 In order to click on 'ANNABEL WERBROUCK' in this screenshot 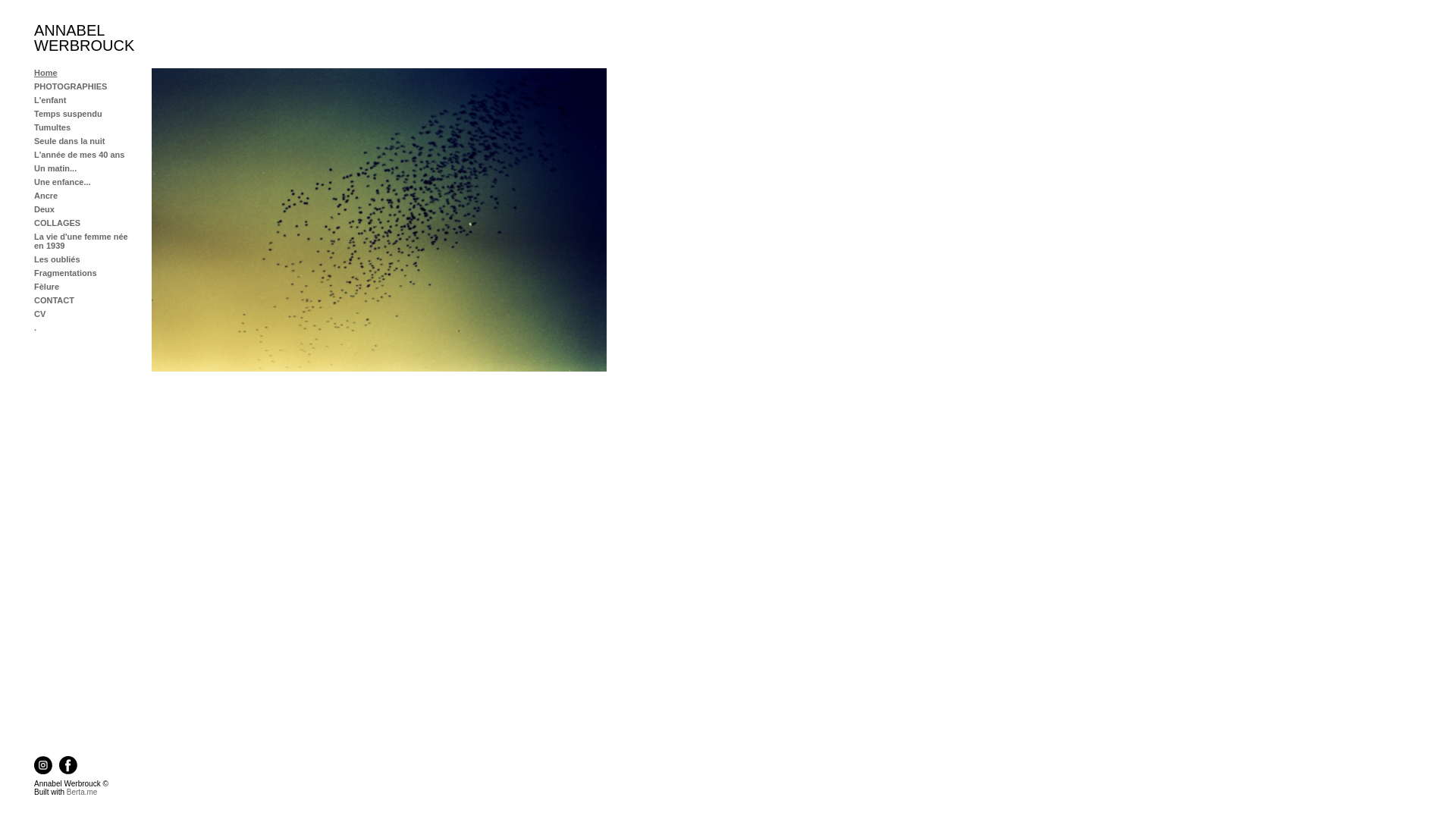, I will do `click(83, 37)`.